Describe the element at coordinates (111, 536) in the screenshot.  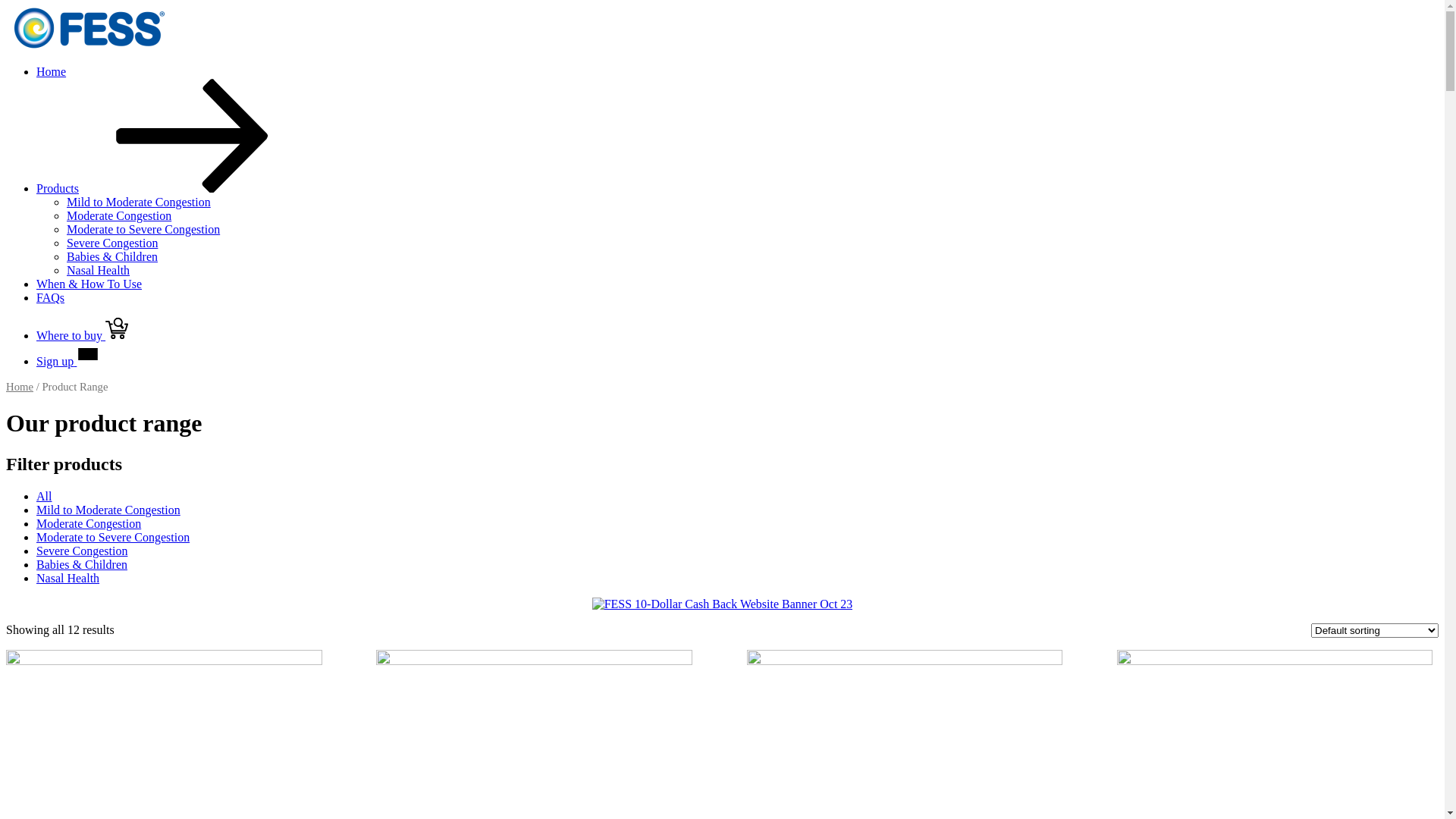
I see `'Moderate to Severe Congestion'` at that location.